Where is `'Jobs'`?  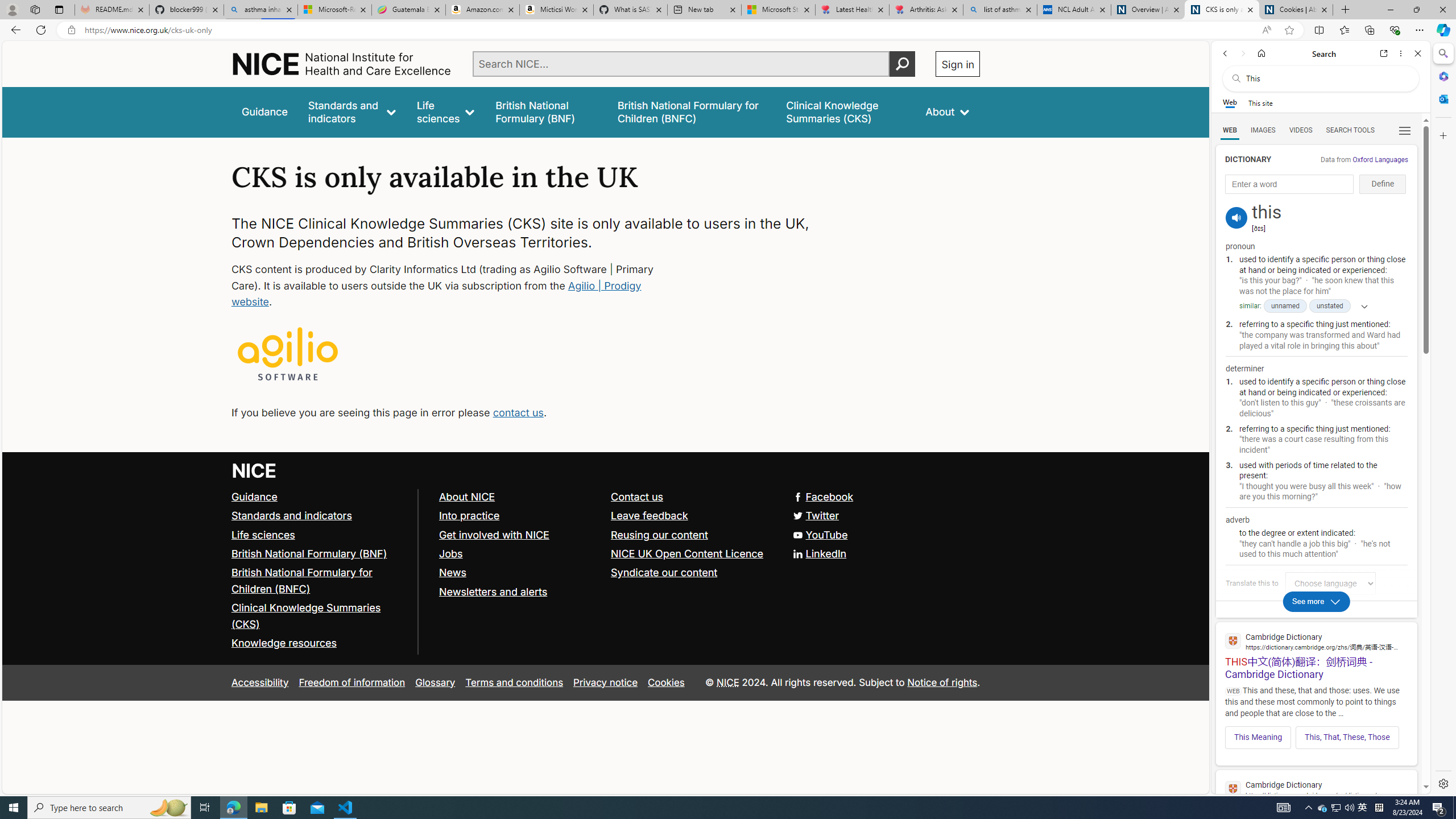
'Jobs' is located at coordinates (450, 553).